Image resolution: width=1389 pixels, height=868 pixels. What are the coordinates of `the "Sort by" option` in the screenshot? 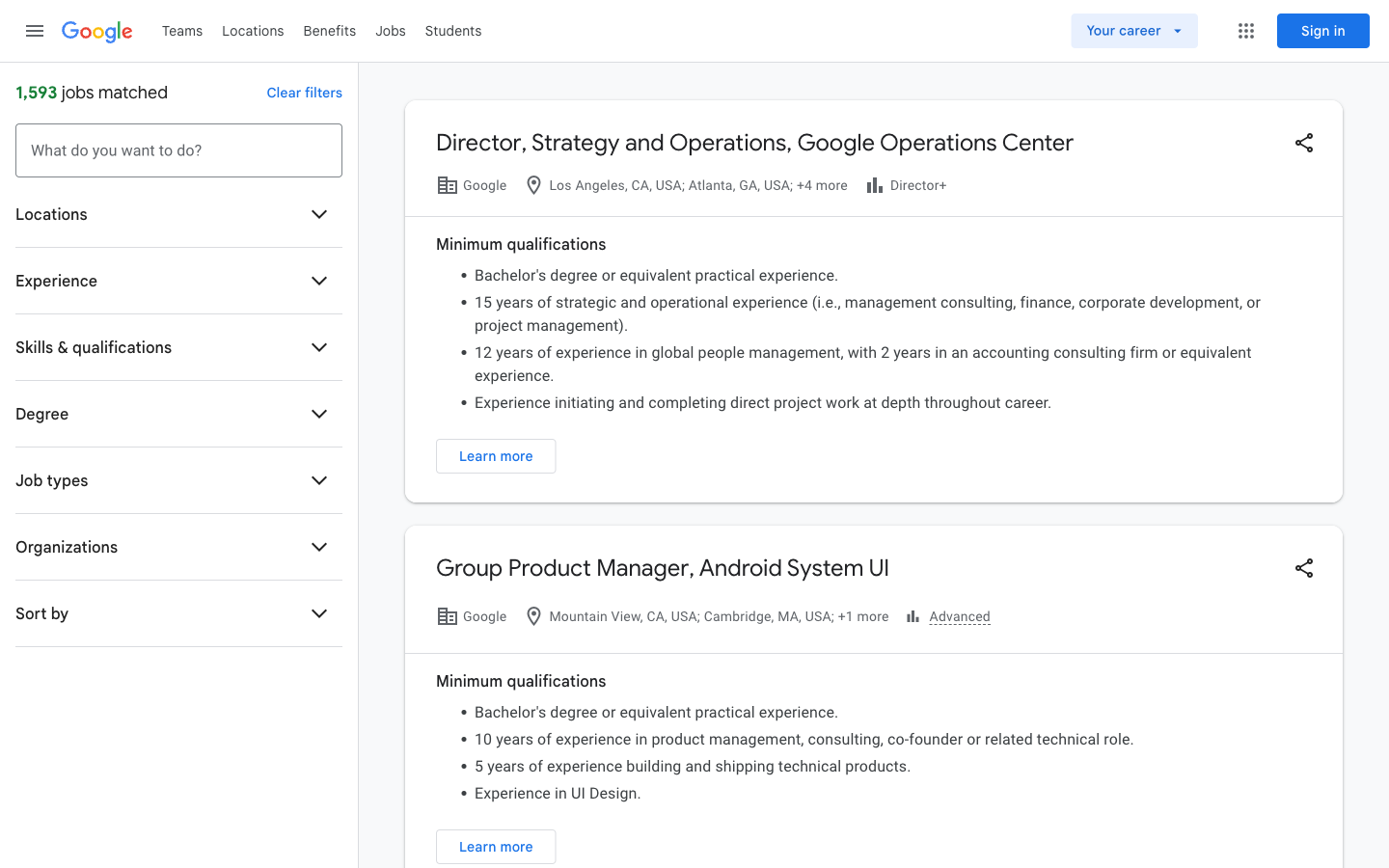 It's located at (319, 613).